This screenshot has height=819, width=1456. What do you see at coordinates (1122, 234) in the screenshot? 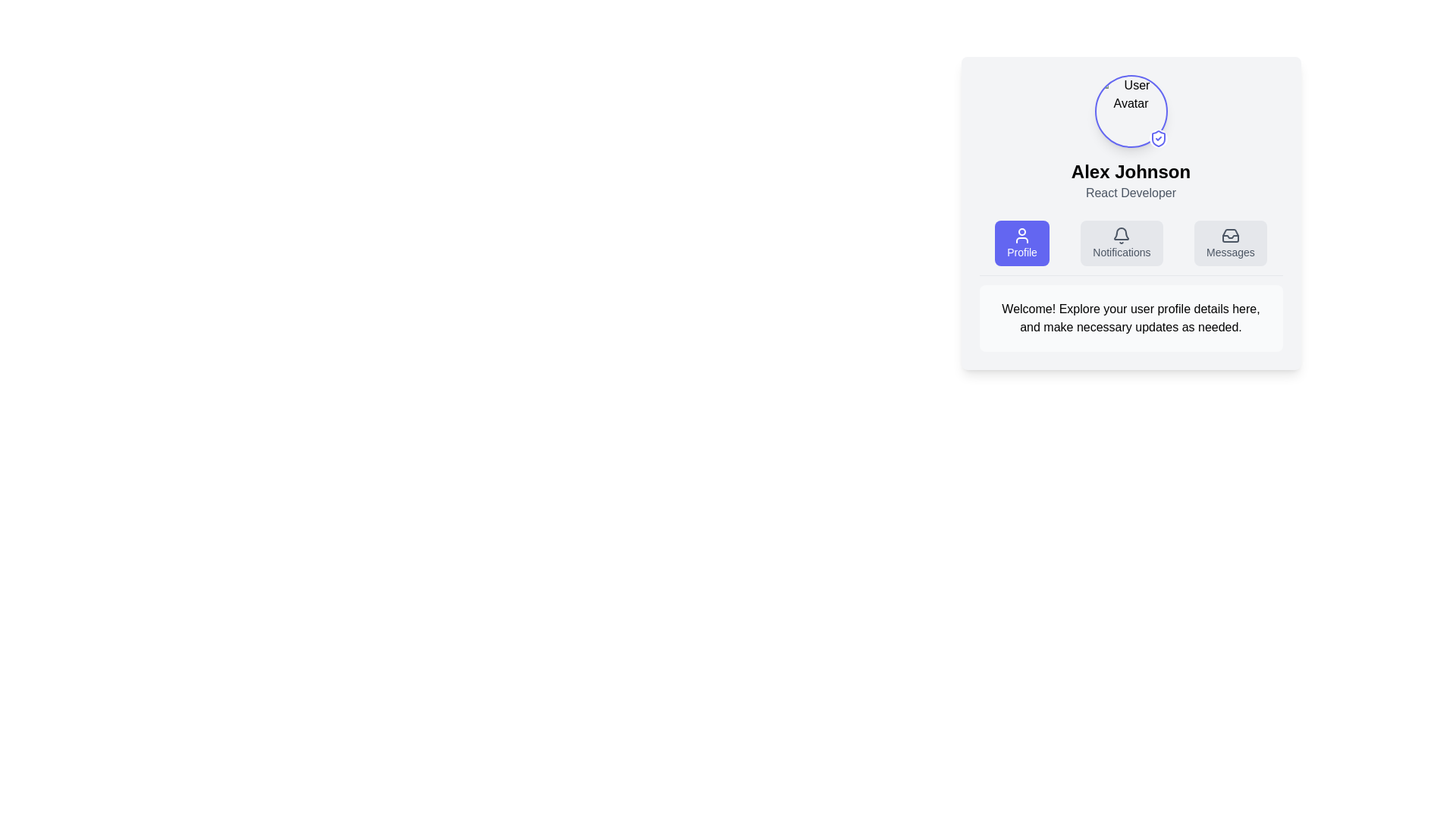
I see `the notification bell icon located in the center section of the header area of the user profile card, positioned between the 'Profile' and 'Messages' buttons` at bounding box center [1122, 234].